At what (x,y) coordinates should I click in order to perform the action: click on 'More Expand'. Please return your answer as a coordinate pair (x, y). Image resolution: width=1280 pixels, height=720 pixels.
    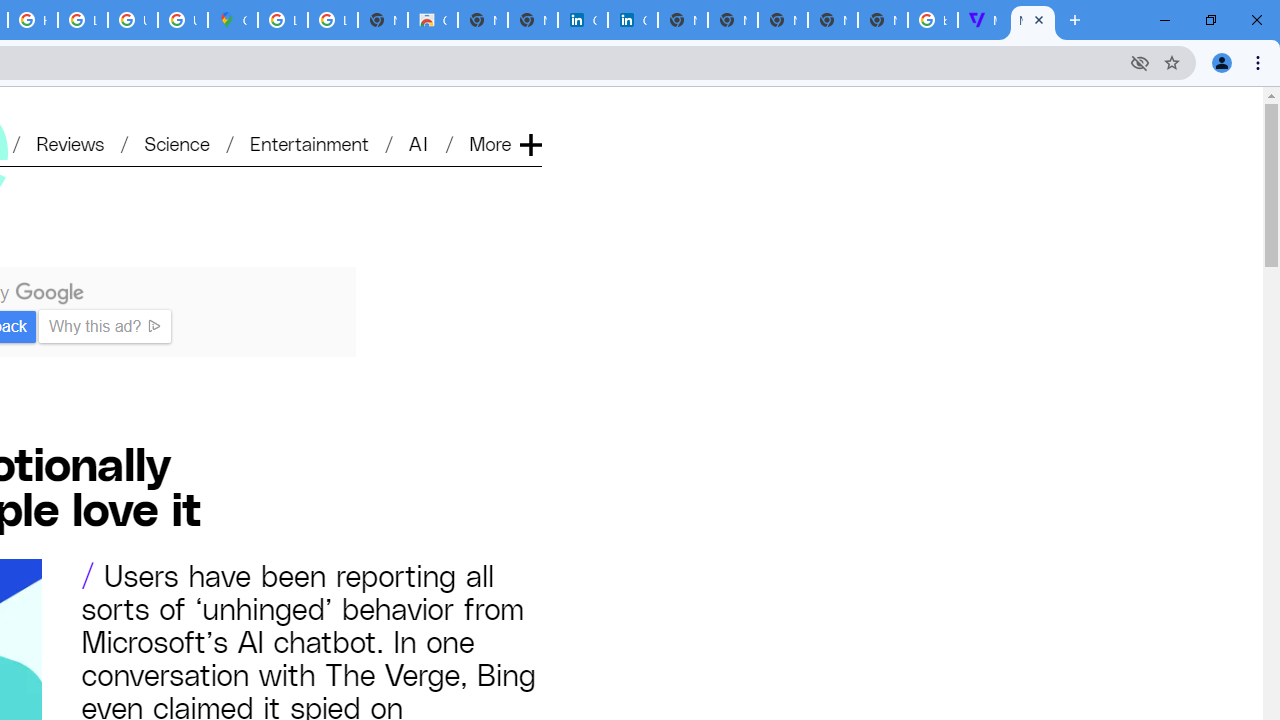
    Looking at the image, I should click on (504, 142).